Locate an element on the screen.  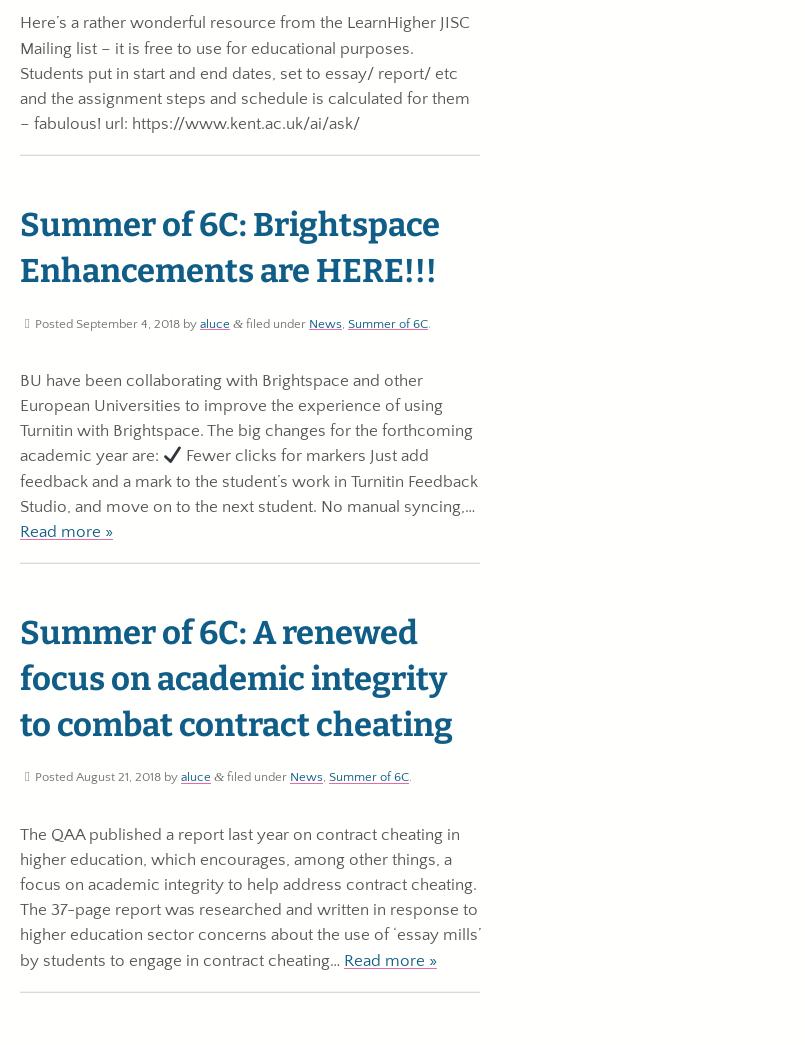
'BU have been collaborating with Brightspace and other European Universities to improve the experience of using Turnitin with Brightspace. The big changes for the forthcoming academic year are:' is located at coordinates (246, 418).